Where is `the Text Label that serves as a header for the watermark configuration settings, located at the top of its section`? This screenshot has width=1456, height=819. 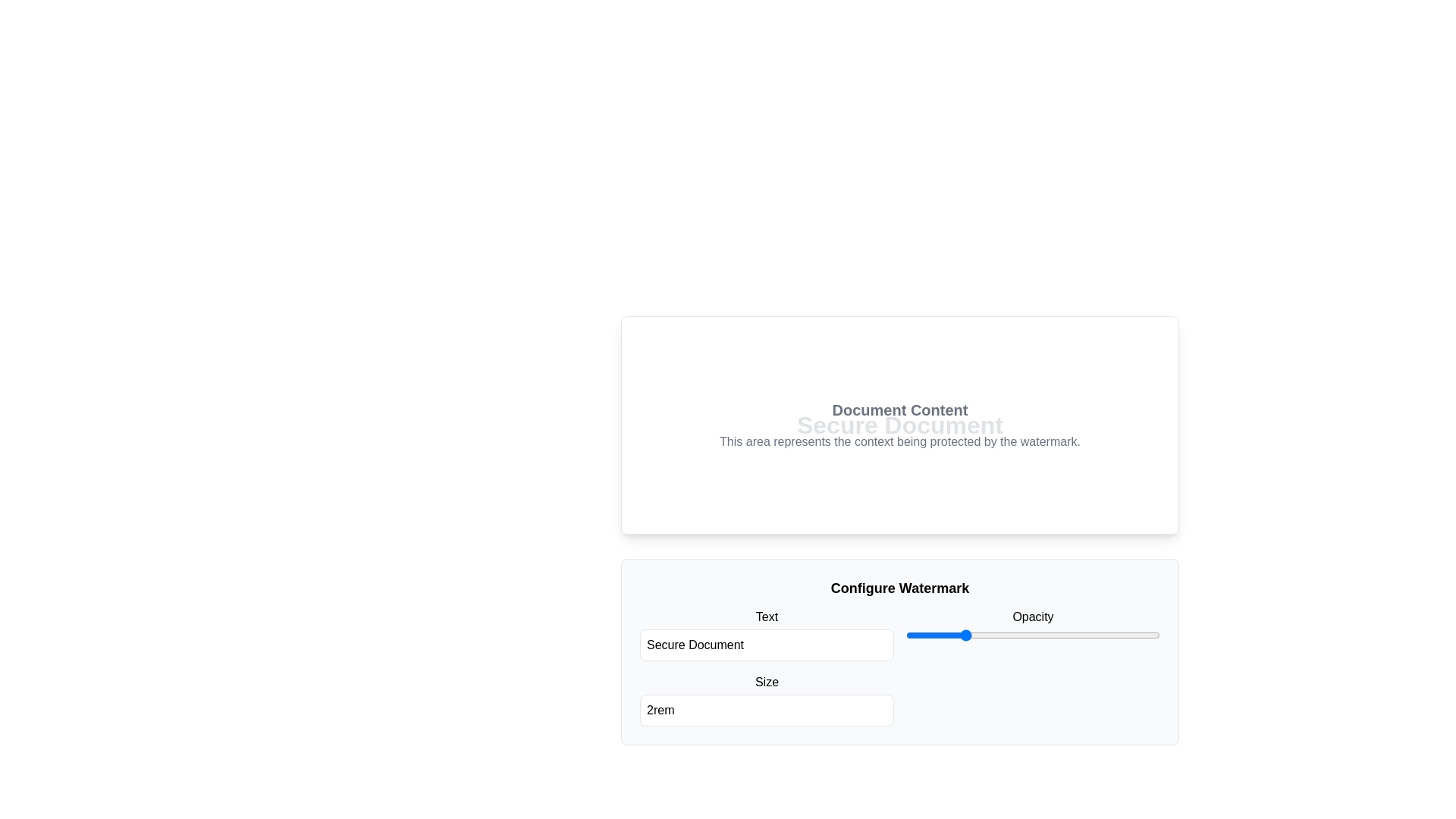
the Text Label that serves as a header for the watermark configuration settings, located at the top of its section is located at coordinates (899, 587).